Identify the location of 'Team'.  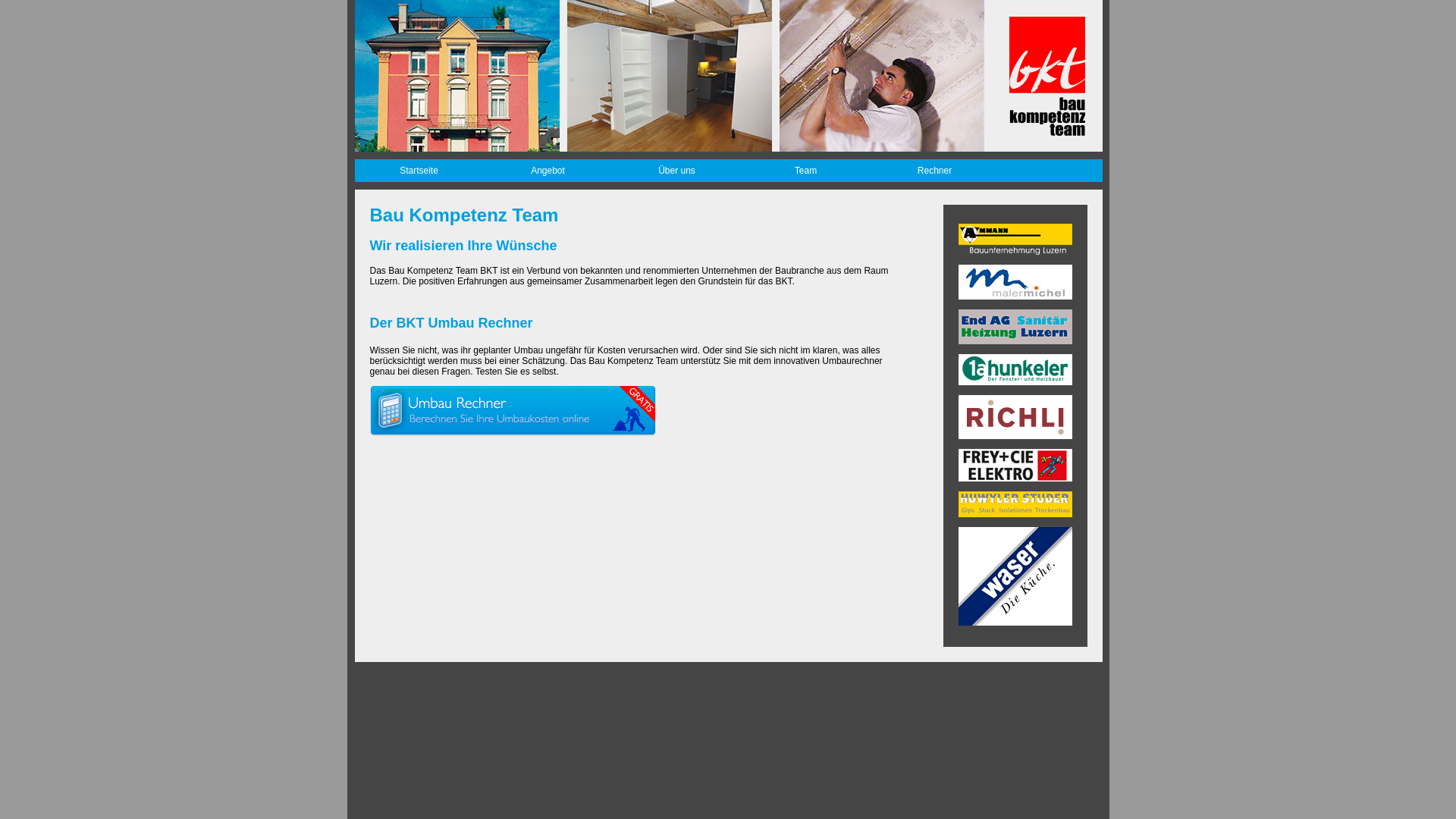
(805, 170).